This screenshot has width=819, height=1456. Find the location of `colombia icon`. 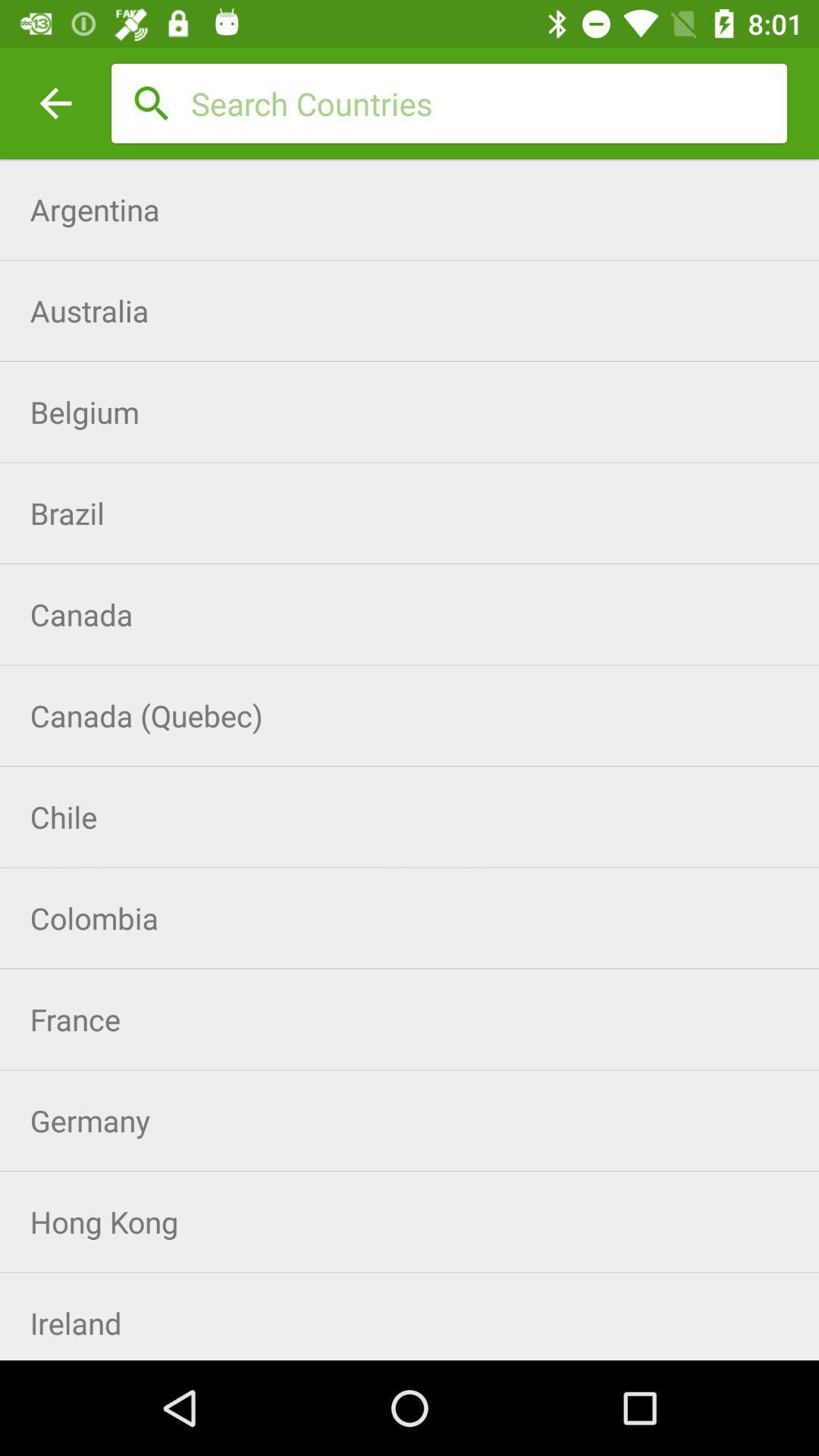

colombia icon is located at coordinates (409, 917).